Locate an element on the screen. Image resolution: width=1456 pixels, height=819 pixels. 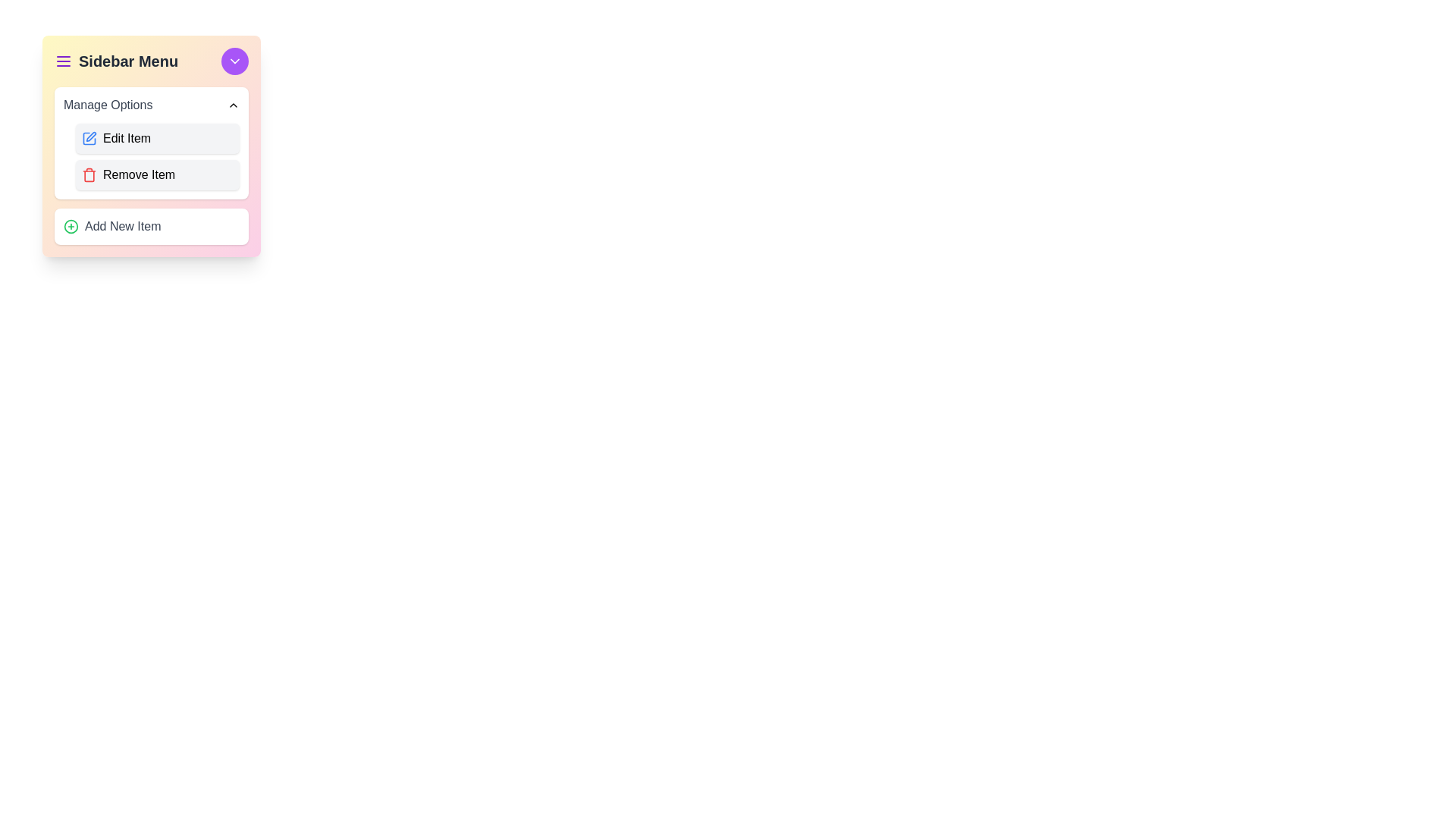
the header text element that serves as a title for the adjacent menu, located near the upper-left corner of the interface, directly below the menu icon is located at coordinates (128, 61).